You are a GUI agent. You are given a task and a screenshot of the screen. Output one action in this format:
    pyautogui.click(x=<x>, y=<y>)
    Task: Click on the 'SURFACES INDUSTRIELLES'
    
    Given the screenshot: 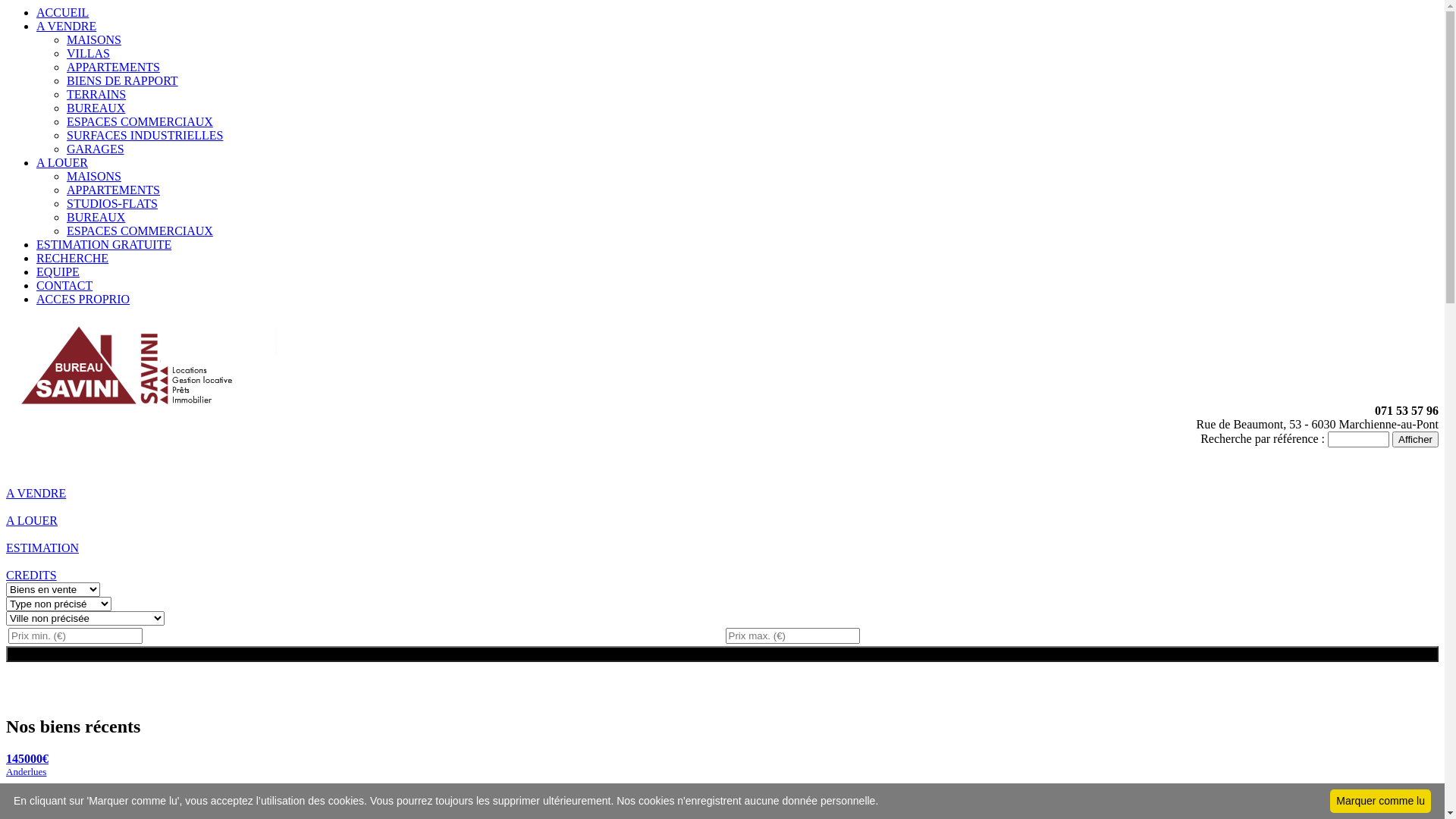 What is the action you would take?
    pyautogui.click(x=65, y=134)
    